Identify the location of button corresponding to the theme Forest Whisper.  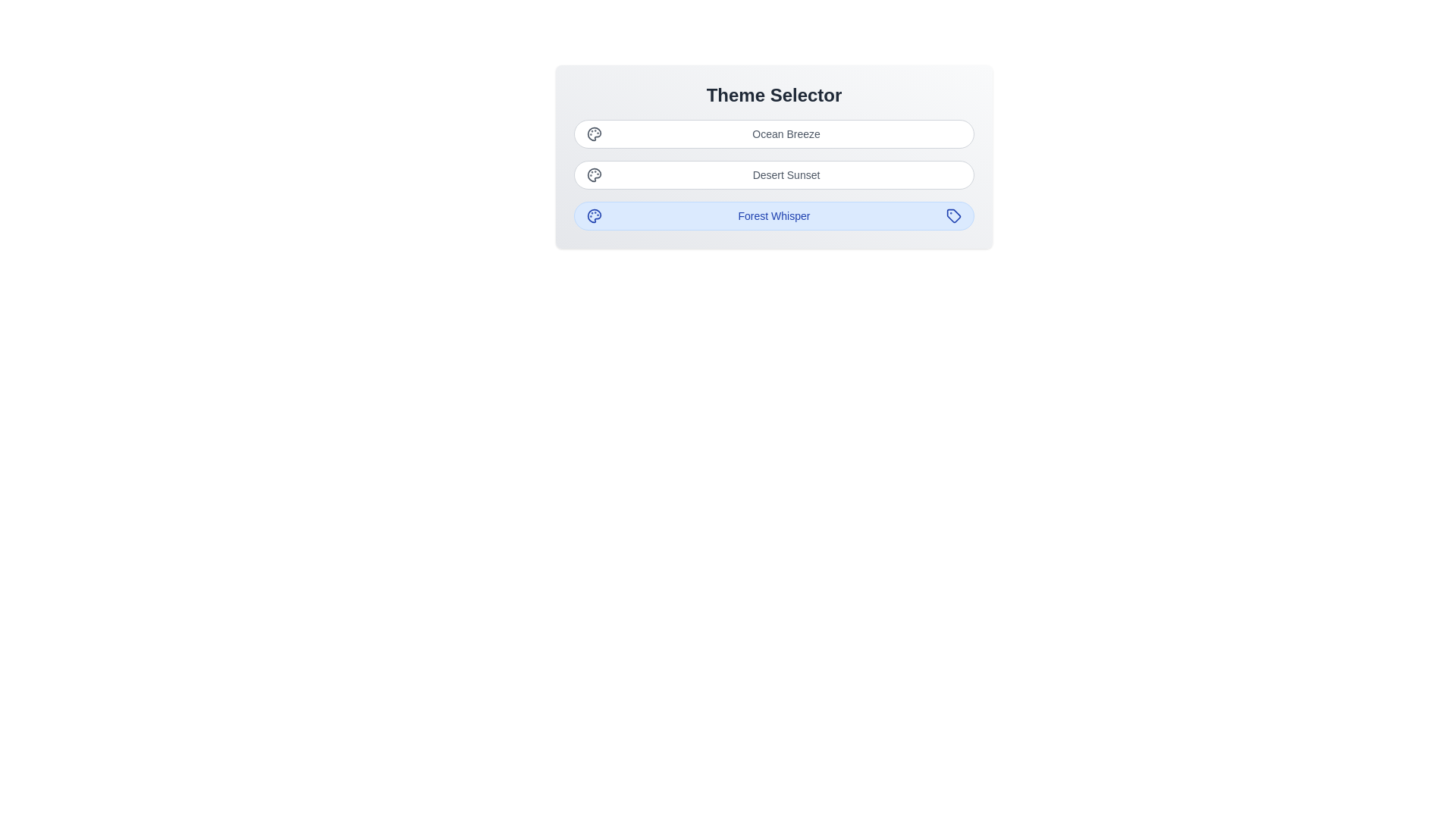
(774, 216).